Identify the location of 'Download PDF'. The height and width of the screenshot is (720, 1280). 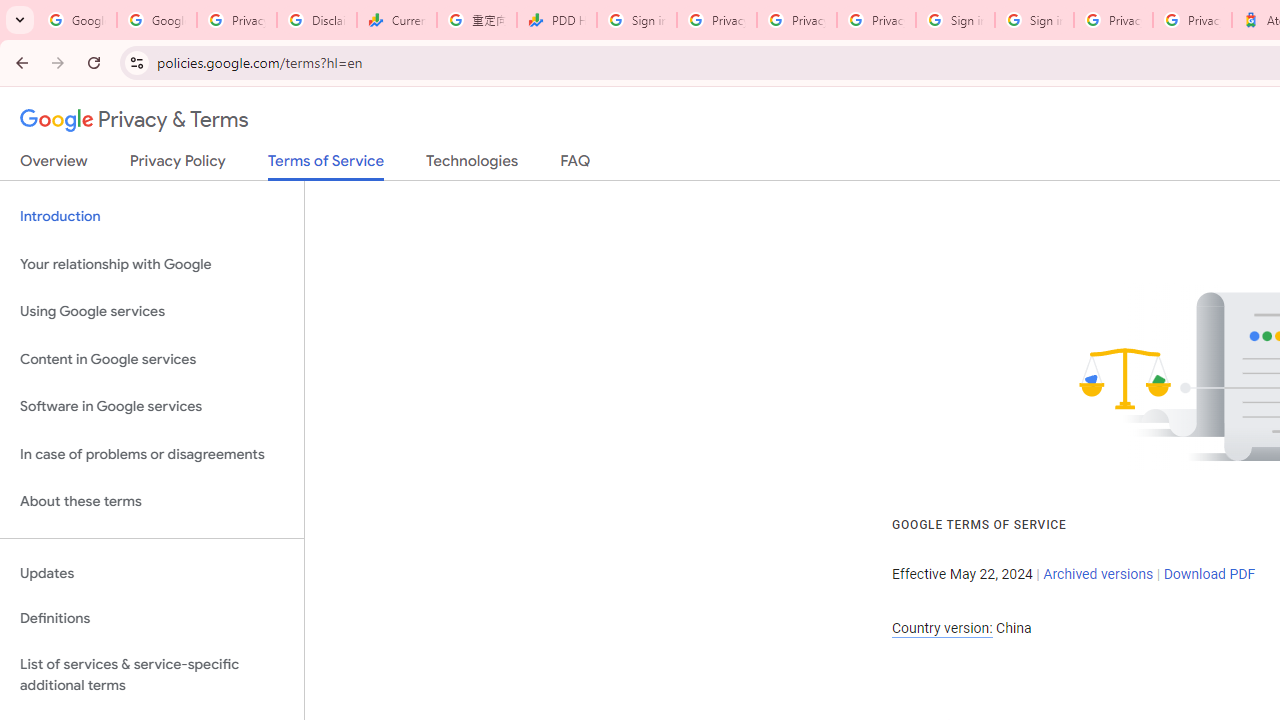
(1208, 574).